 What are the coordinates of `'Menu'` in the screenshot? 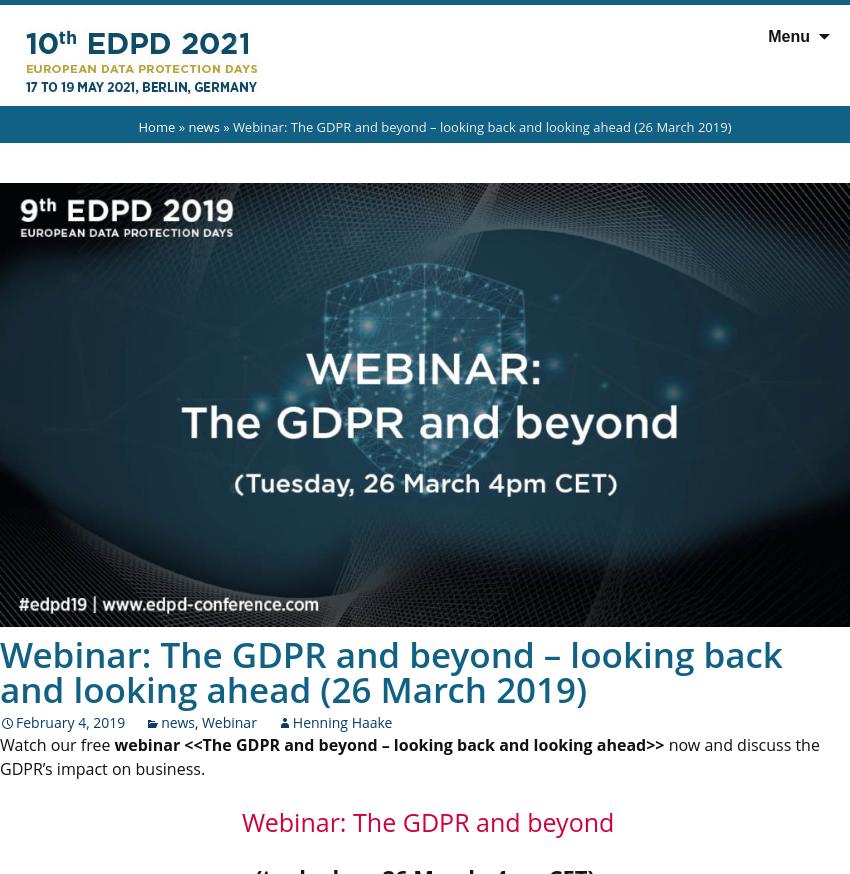 It's located at (766, 35).